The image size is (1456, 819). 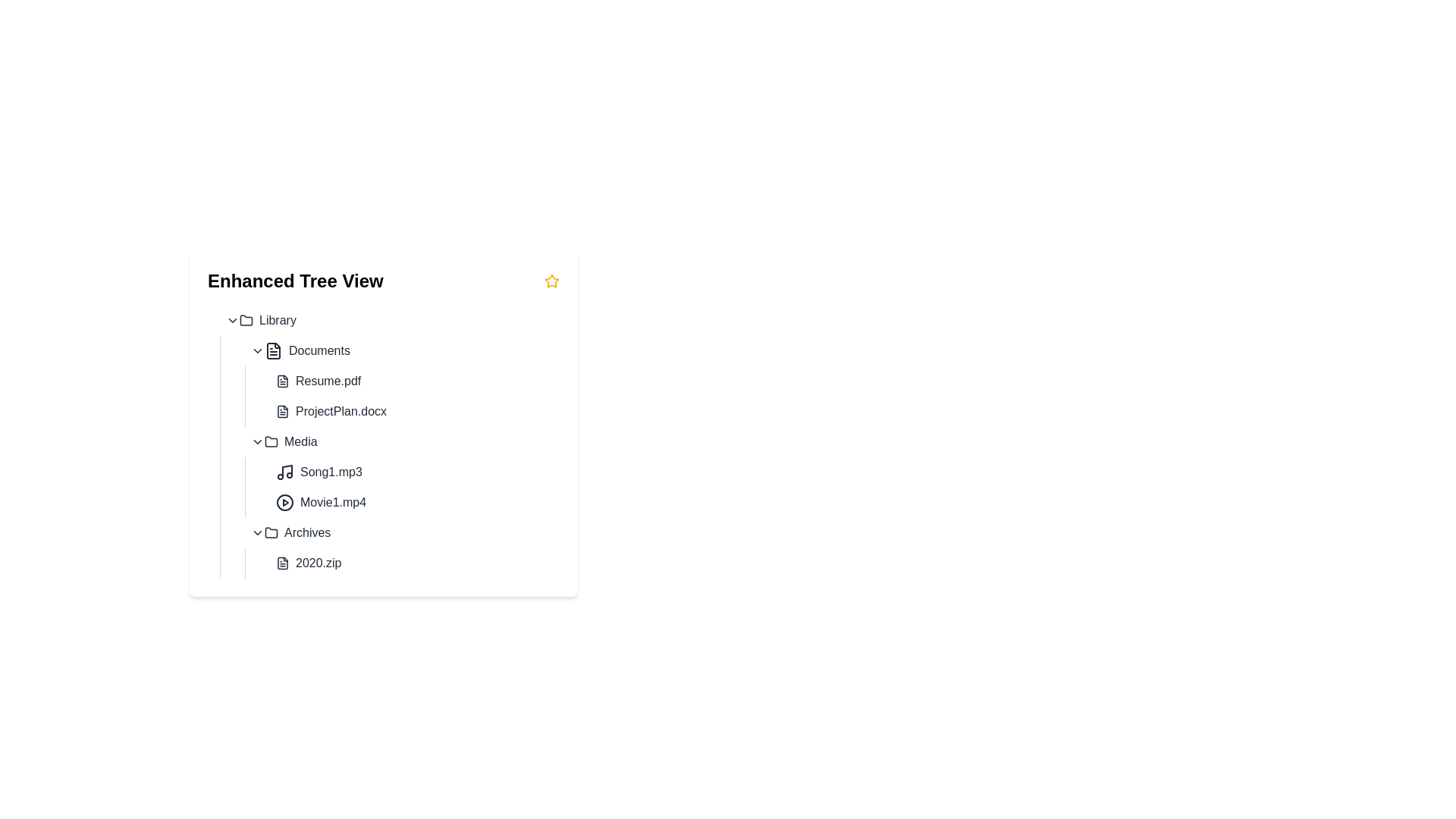 I want to click on the text label representing the file 'ProjectPlan.docx' located under the 'Documents' folder, so click(x=340, y=412).